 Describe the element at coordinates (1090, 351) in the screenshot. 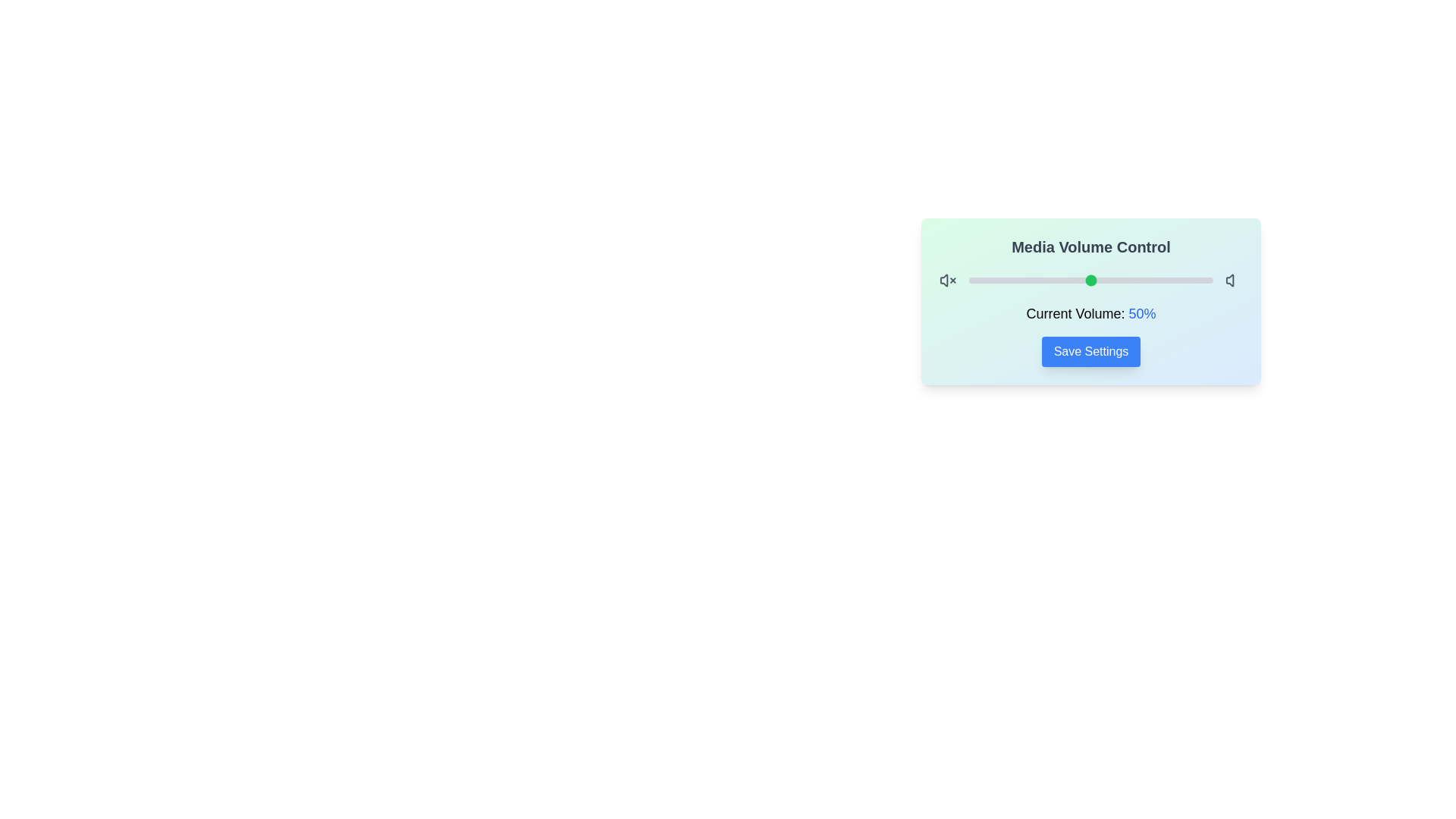

I see `the 'Save Settings' button` at that location.